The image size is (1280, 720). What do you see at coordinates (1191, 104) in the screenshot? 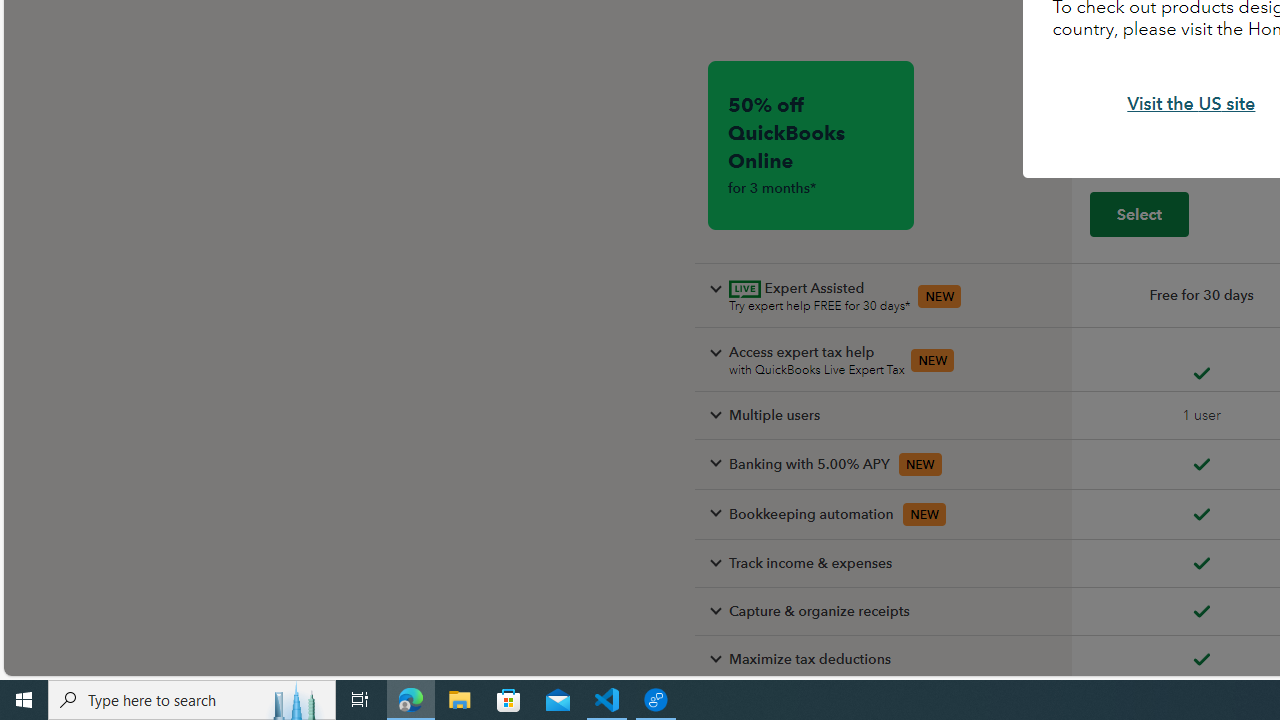
I see `'Visit the US site'` at bounding box center [1191, 104].